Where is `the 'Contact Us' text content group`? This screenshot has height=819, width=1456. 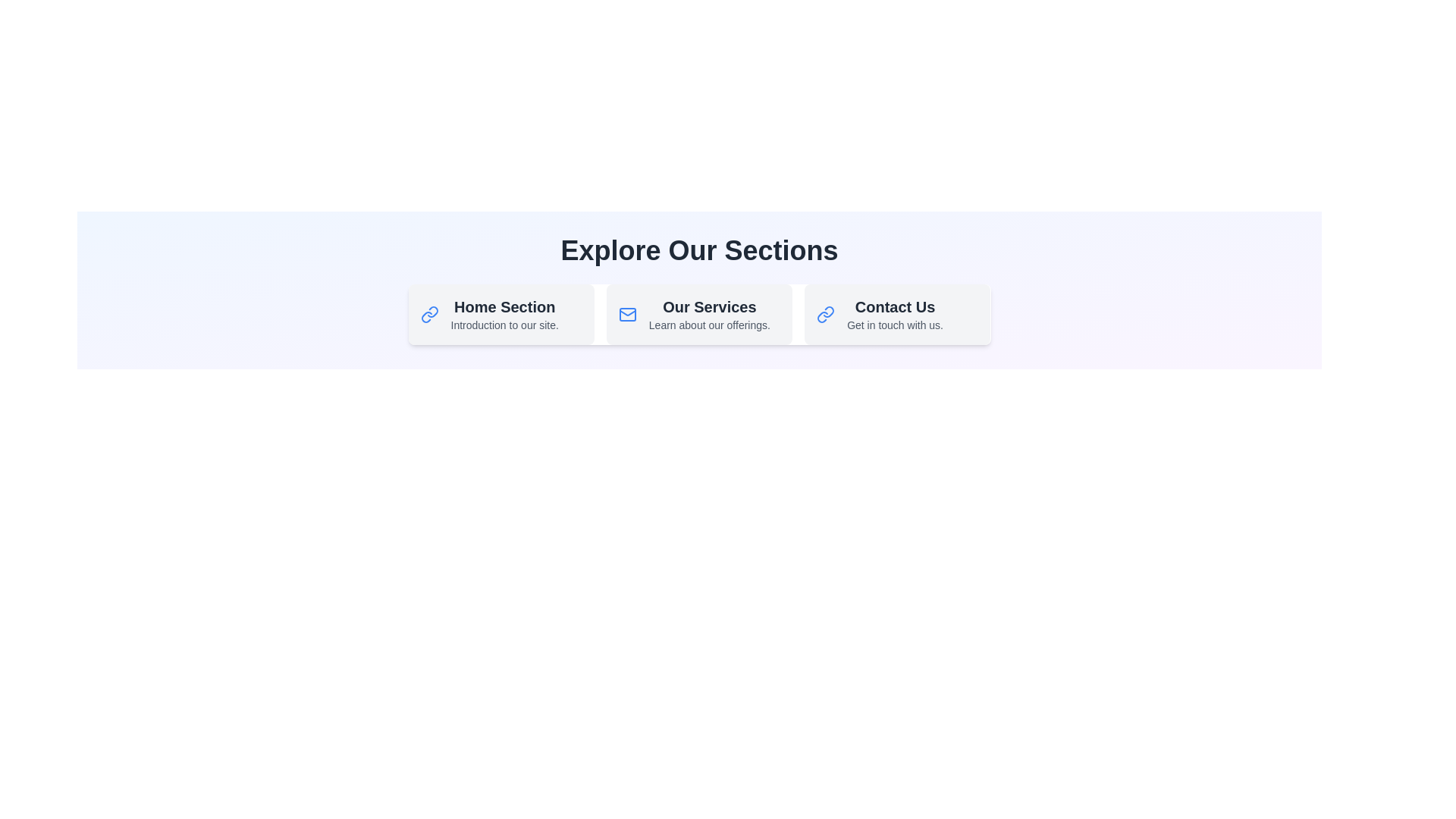 the 'Contact Us' text content group is located at coordinates (895, 314).